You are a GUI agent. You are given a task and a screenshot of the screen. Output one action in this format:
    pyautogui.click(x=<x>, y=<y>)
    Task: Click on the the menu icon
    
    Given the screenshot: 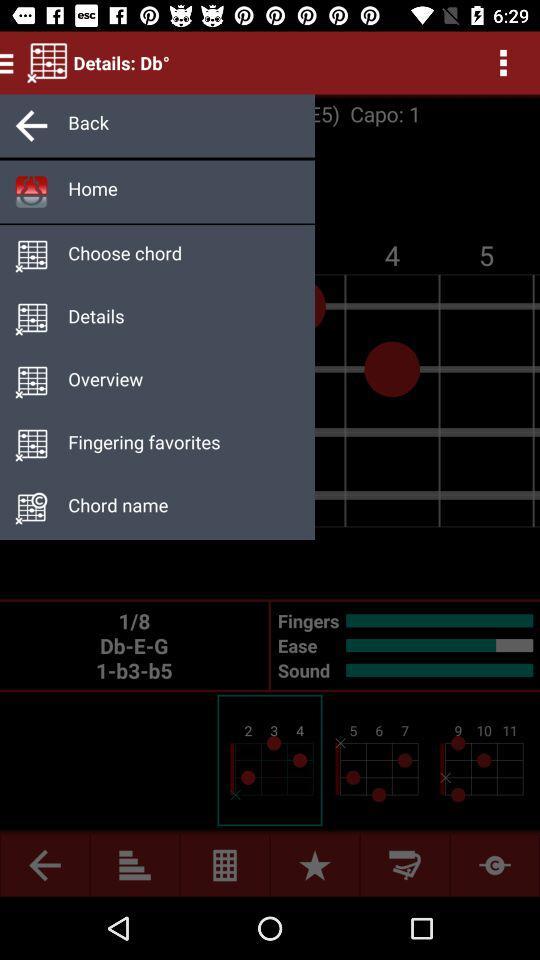 What is the action you would take?
    pyautogui.click(x=9, y=62)
    